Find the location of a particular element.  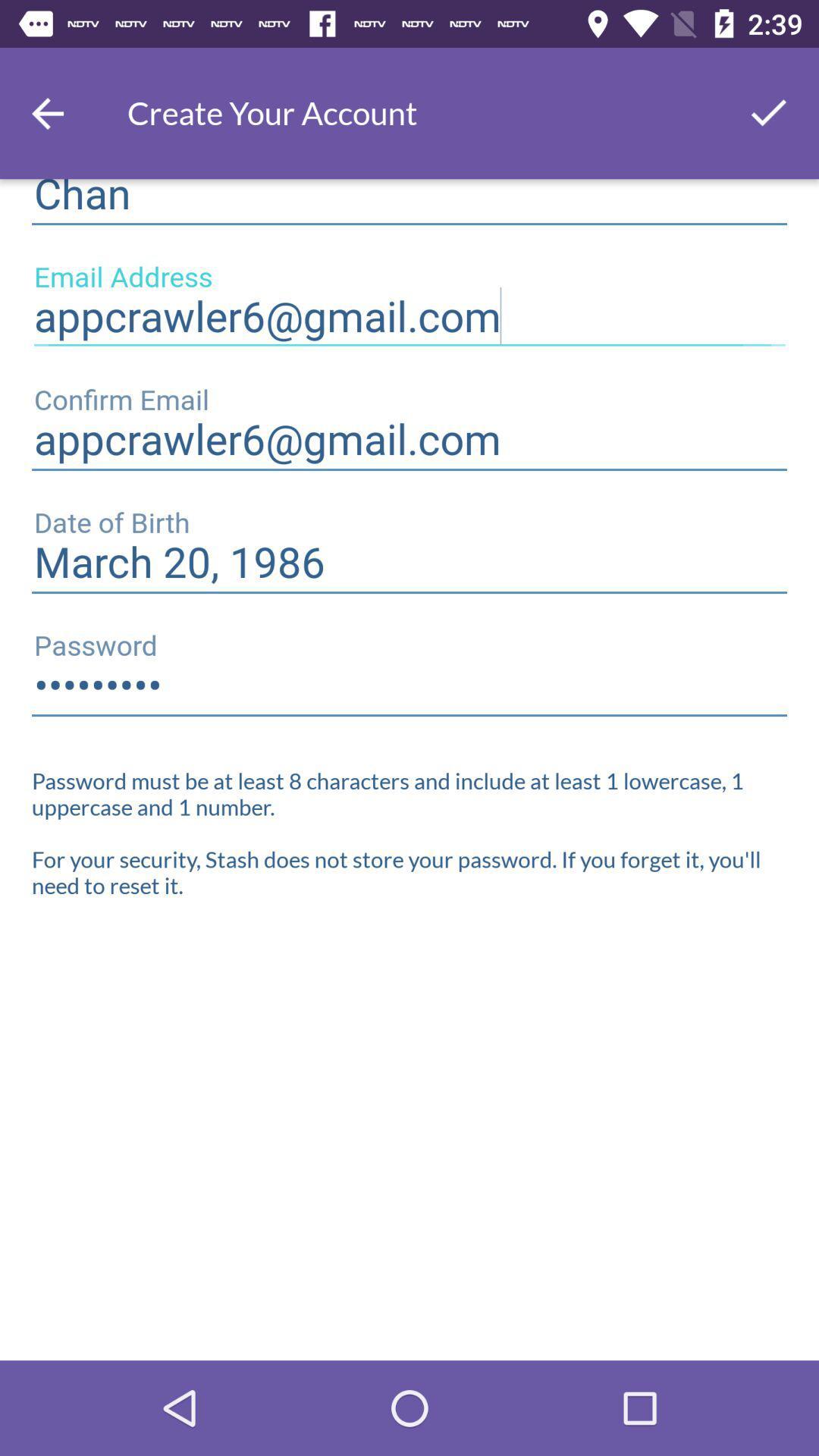

accept is located at coordinates (769, 112).